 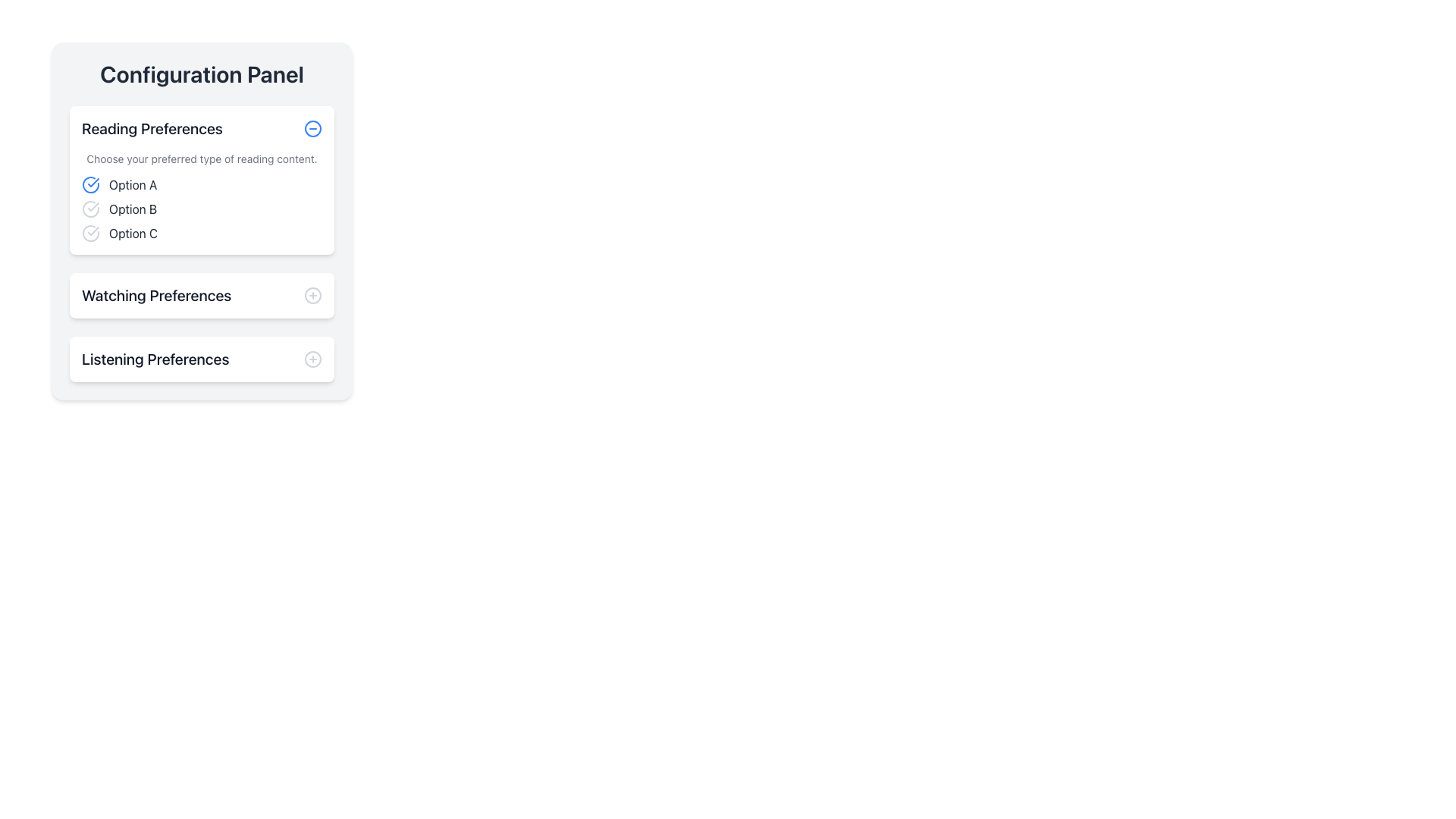 I want to click on the circular vector graphic element representing the interaction option for expanding or configuring the 'Listening Preferences' section, so click(x=312, y=359).